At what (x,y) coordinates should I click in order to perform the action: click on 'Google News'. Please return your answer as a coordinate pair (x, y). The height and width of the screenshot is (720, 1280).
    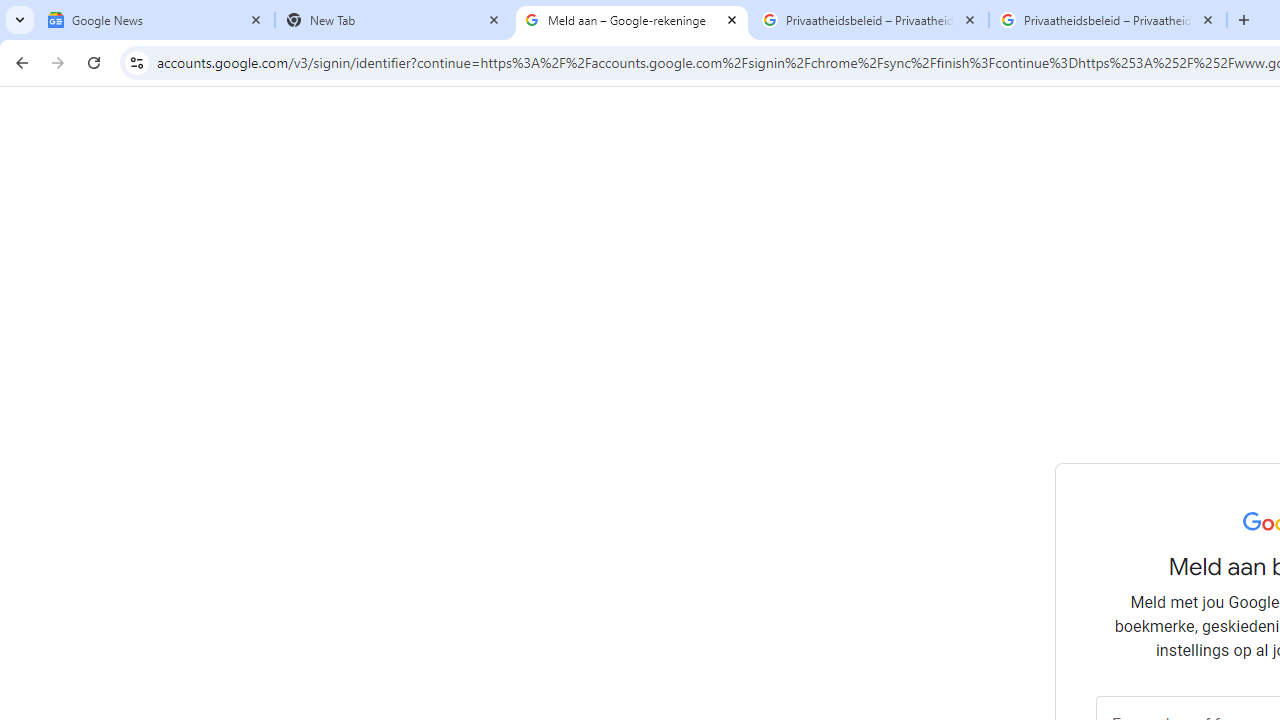
    Looking at the image, I should click on (155, 20).